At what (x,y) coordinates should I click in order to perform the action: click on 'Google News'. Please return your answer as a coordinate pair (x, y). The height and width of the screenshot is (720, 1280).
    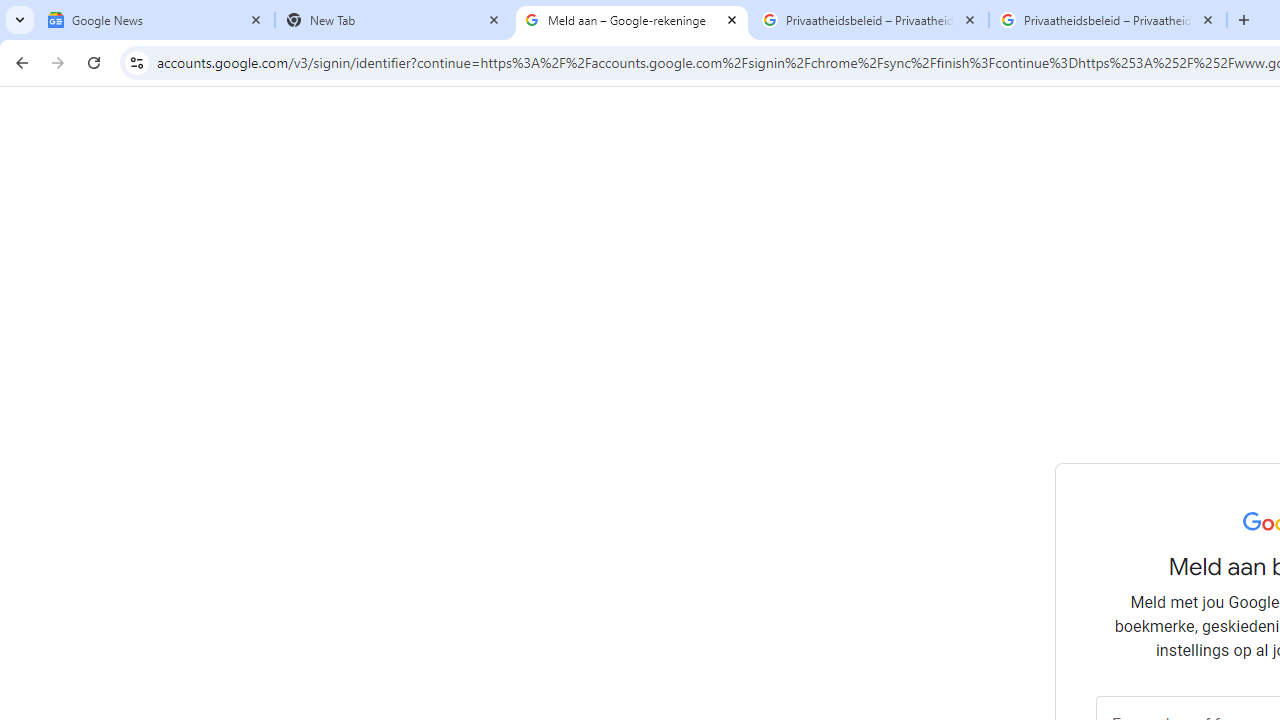
    Looking at the image, I should click on (155, 20).